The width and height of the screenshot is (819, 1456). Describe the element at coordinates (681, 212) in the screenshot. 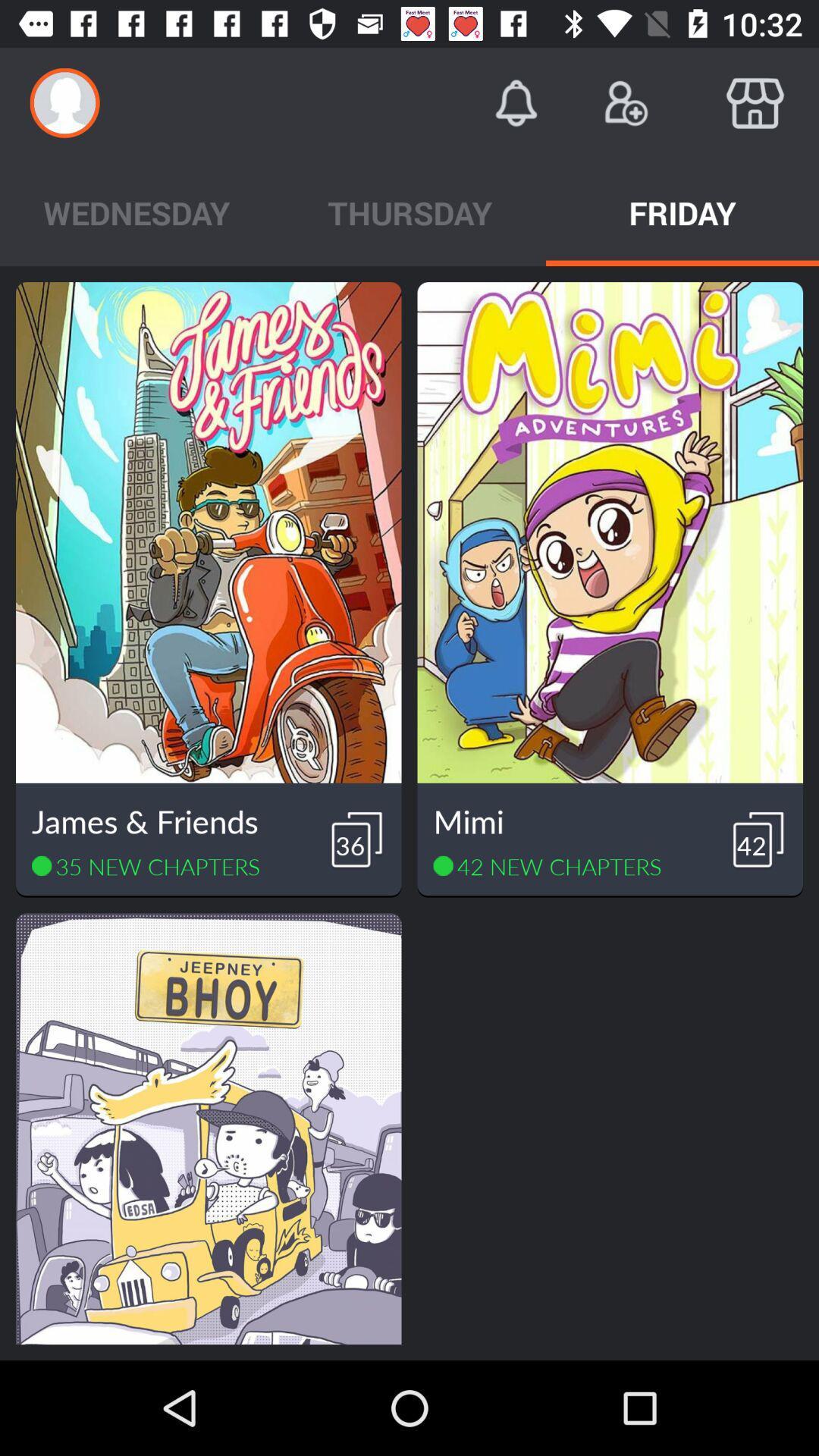

I see `icon to the right of thursday  icon` at that location.